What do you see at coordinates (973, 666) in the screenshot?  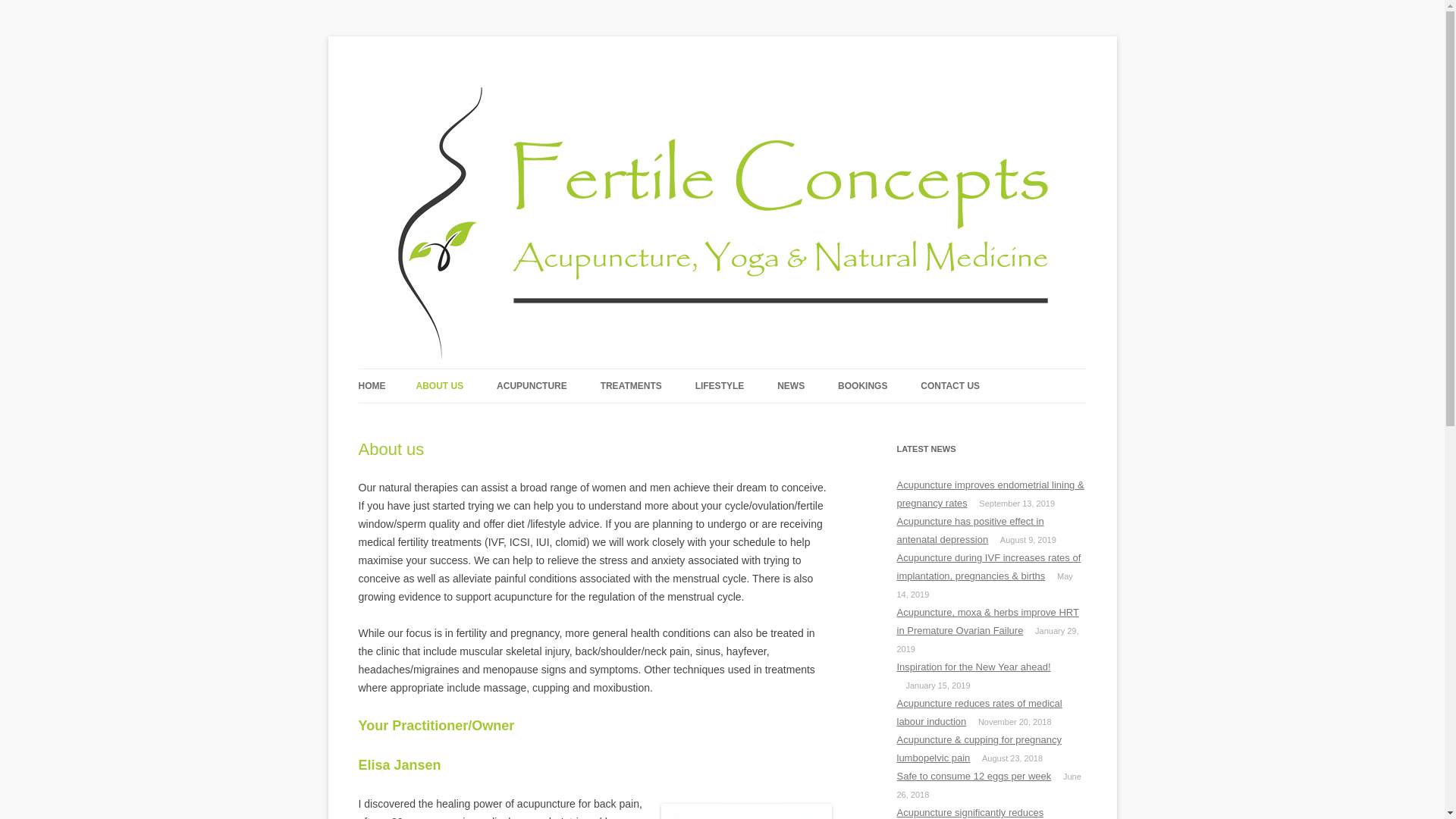 I see `'Inspiration for the New Year ahead!'` at bounding box center [973, 666].